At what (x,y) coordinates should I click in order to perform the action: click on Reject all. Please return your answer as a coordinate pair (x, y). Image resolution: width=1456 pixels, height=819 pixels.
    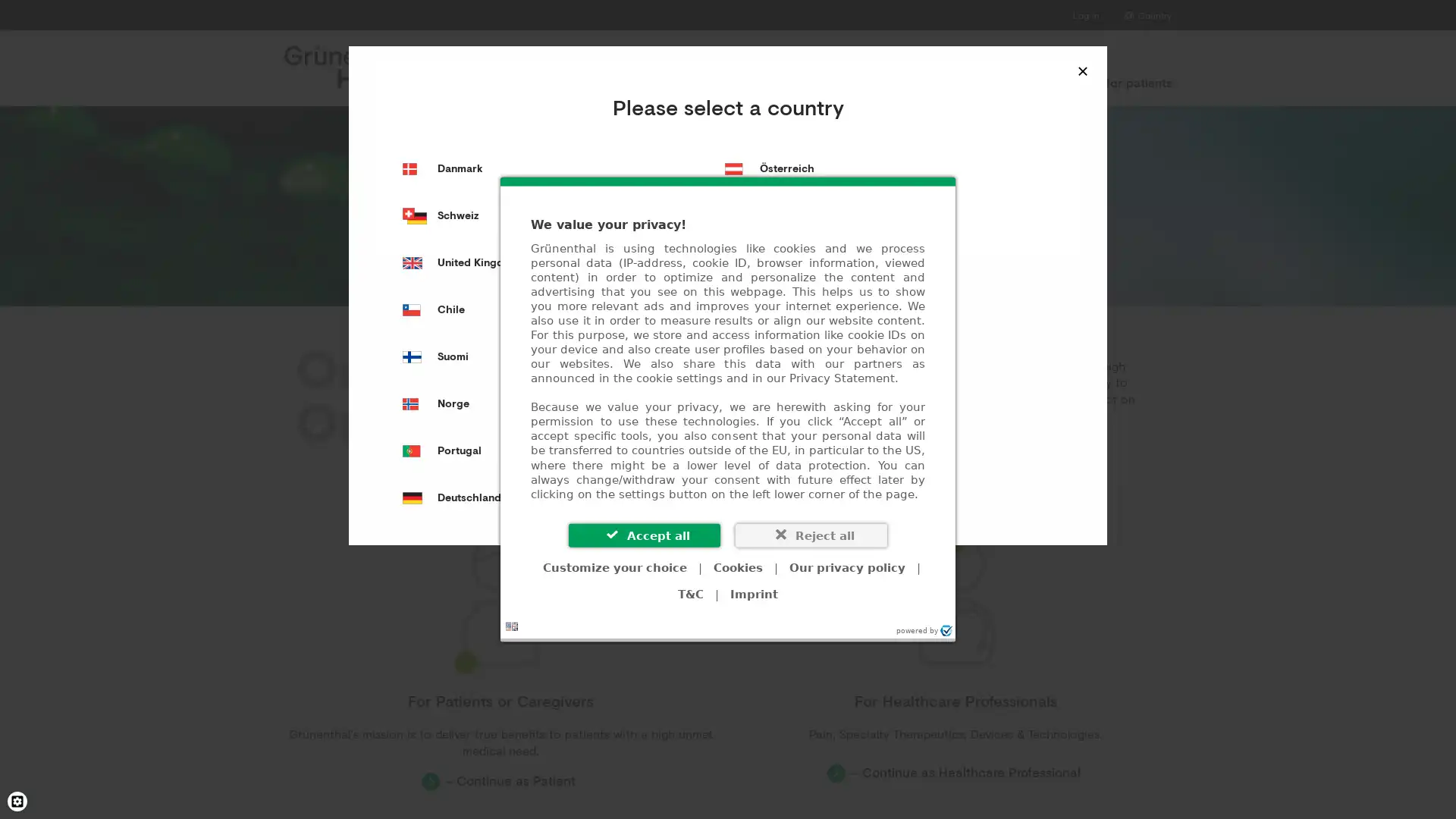
    Looking at the image, I should click on (811, 534).